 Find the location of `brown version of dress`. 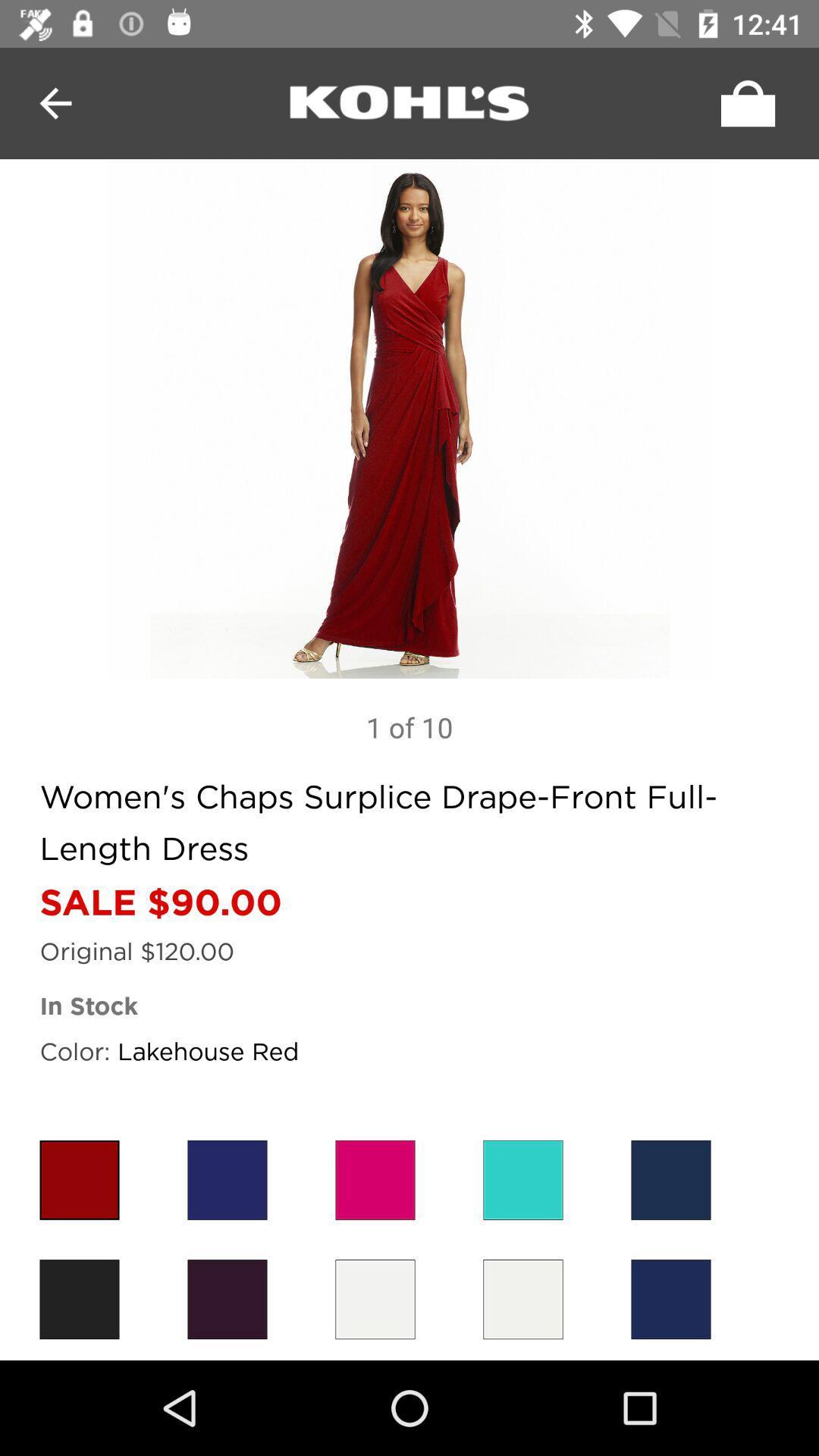

brown version of dress is located at coordinates (227, 1298).